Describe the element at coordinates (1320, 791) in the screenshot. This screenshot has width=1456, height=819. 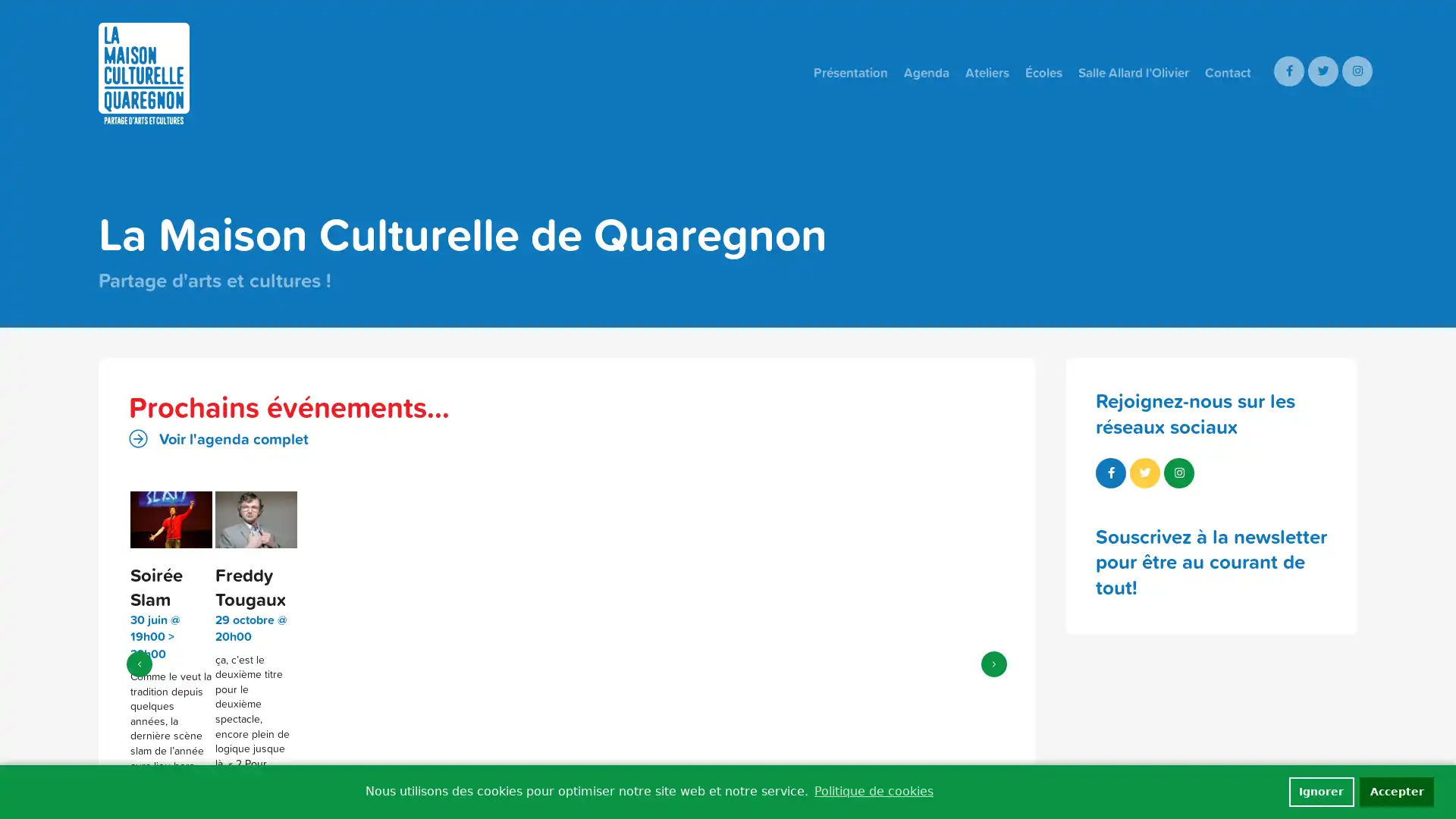
I see `Ignorer` at that location.